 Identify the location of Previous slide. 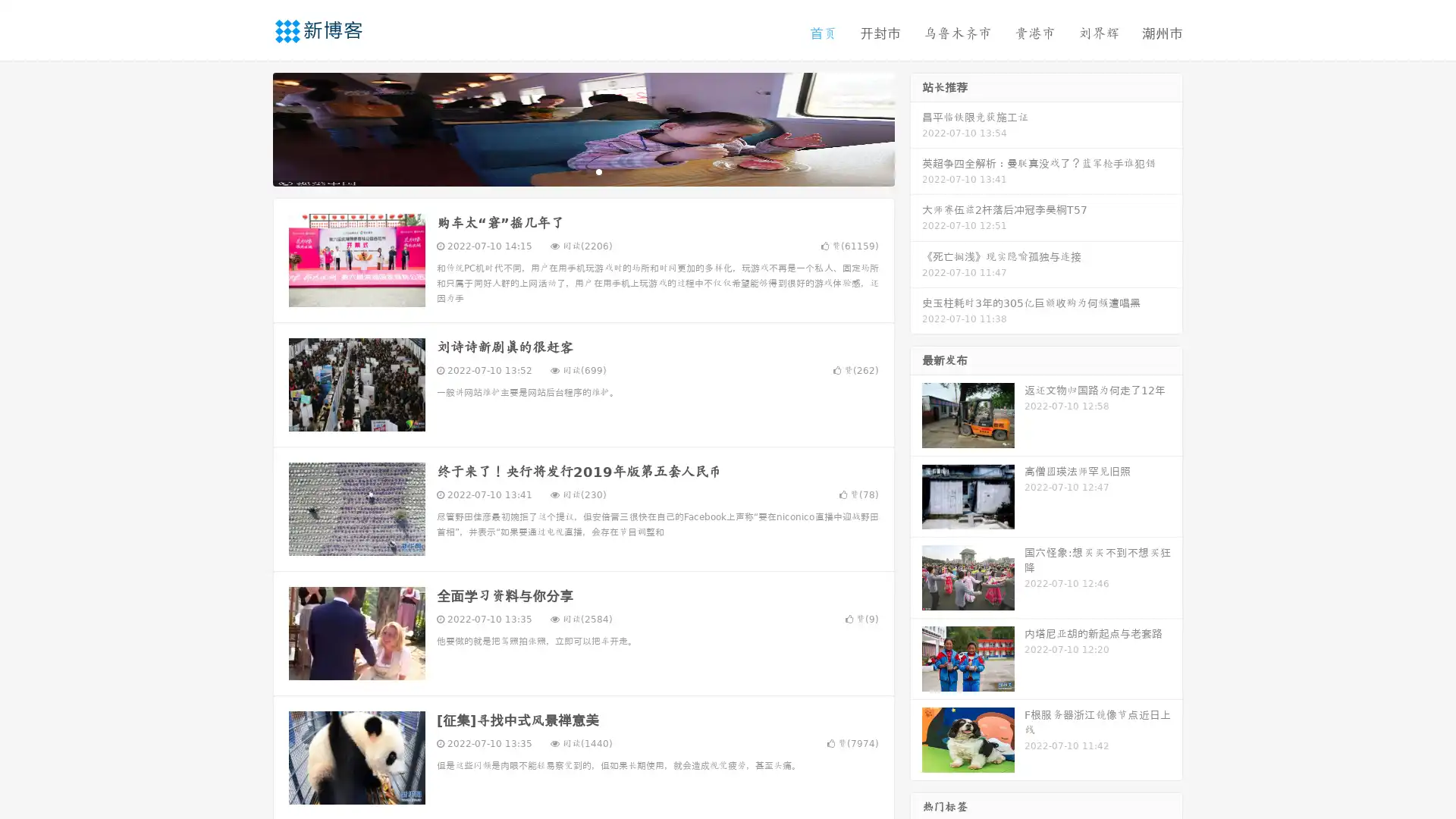
(250, 127).